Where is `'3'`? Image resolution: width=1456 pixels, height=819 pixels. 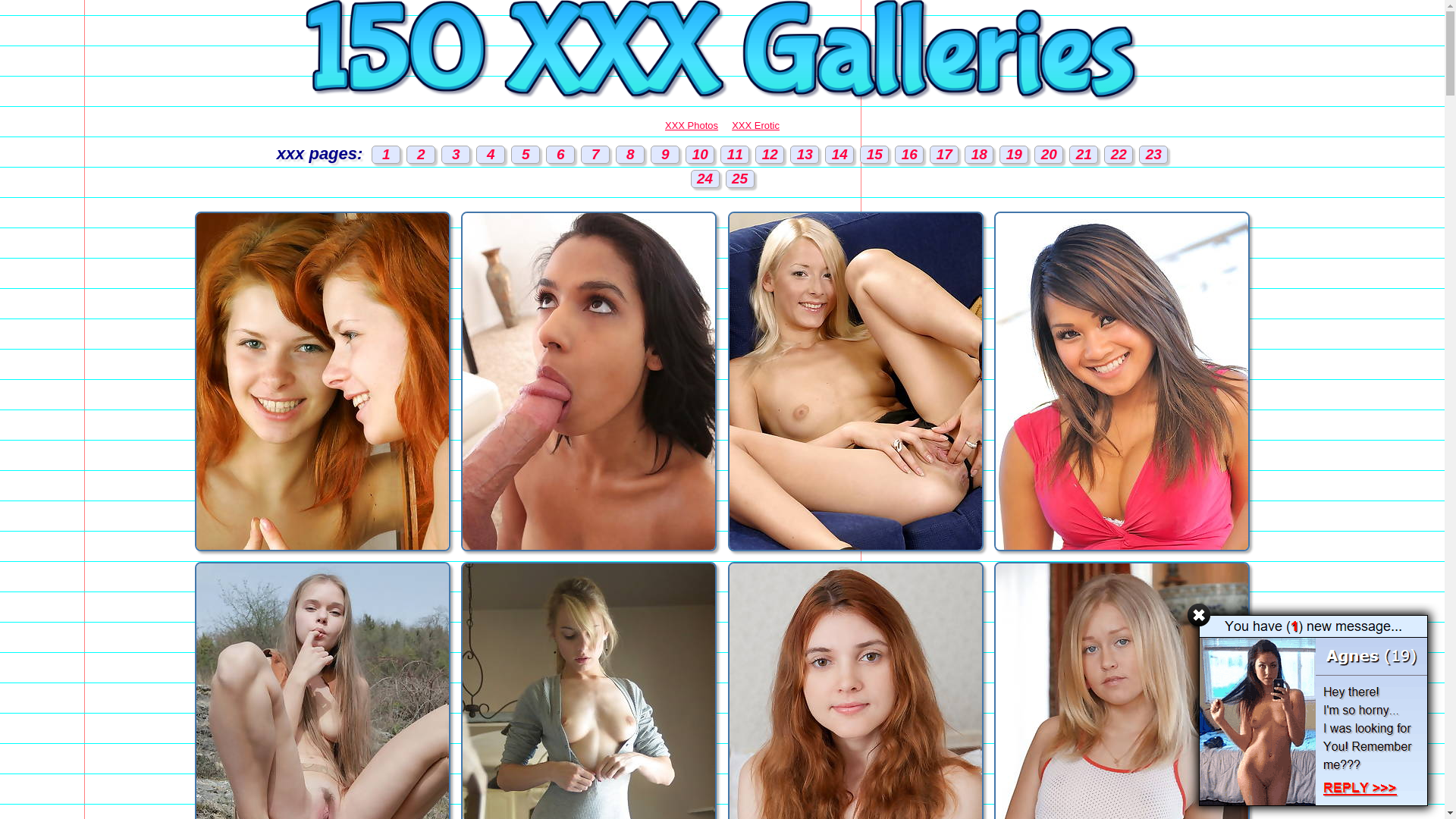 '3' is located at coordinates (454, 155).